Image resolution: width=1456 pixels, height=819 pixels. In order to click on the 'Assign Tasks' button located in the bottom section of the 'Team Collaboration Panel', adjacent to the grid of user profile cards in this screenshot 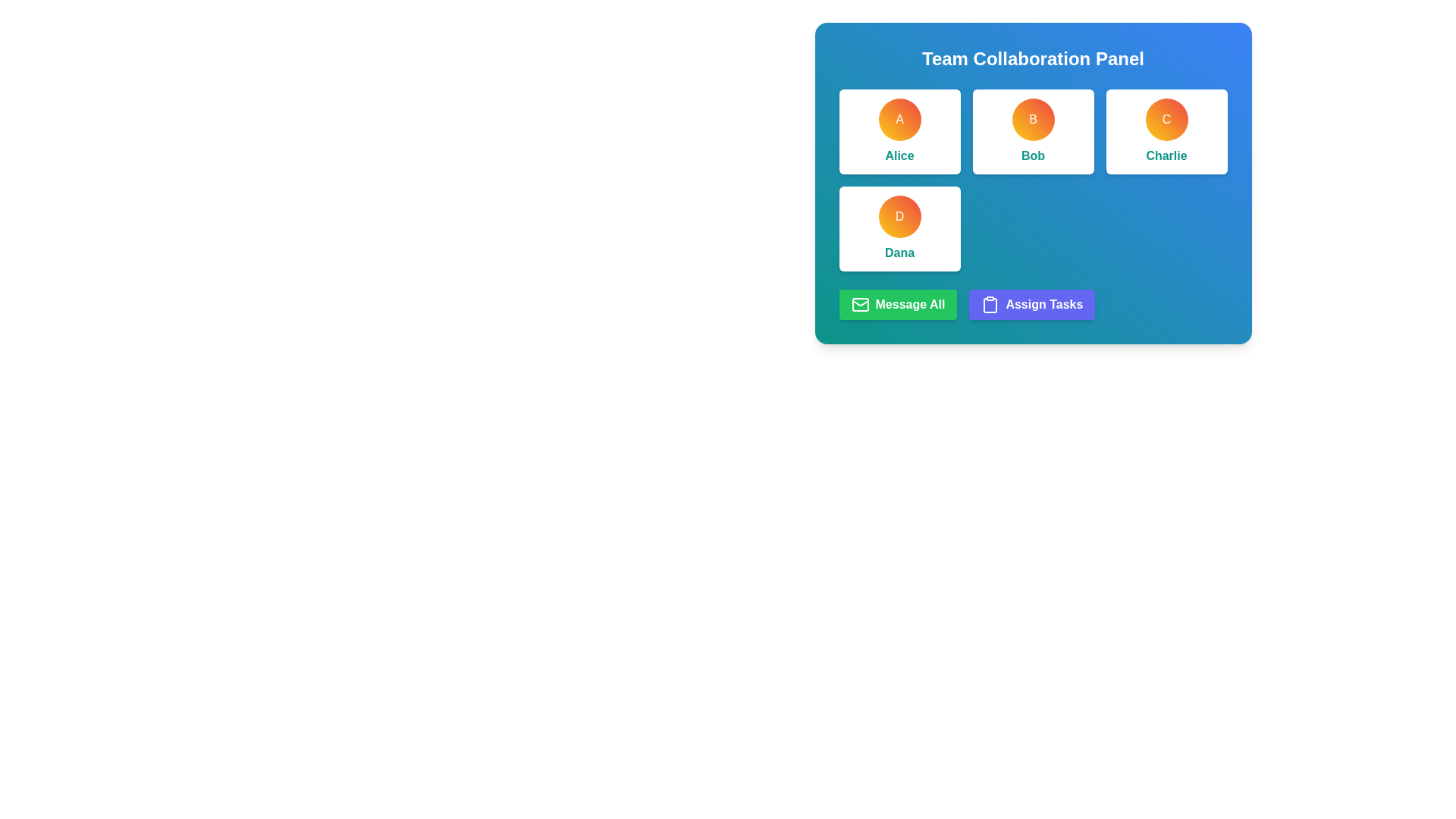, I will do `click(1032, 304)`.